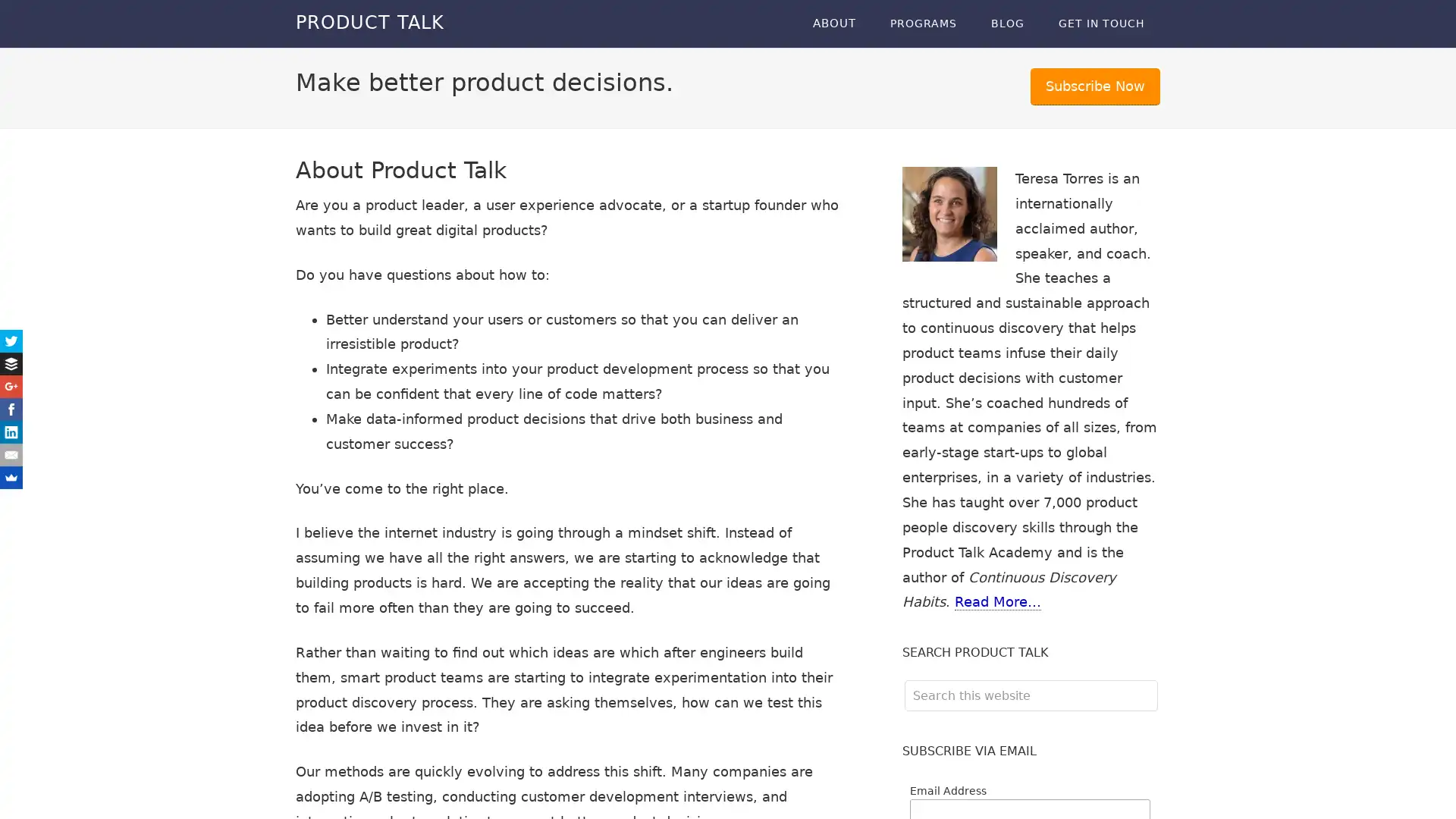 This screenshot has height=819, width=1456. Describe the element at coordinates (1156, 679) in the screenshot. I see `Search` at that location.